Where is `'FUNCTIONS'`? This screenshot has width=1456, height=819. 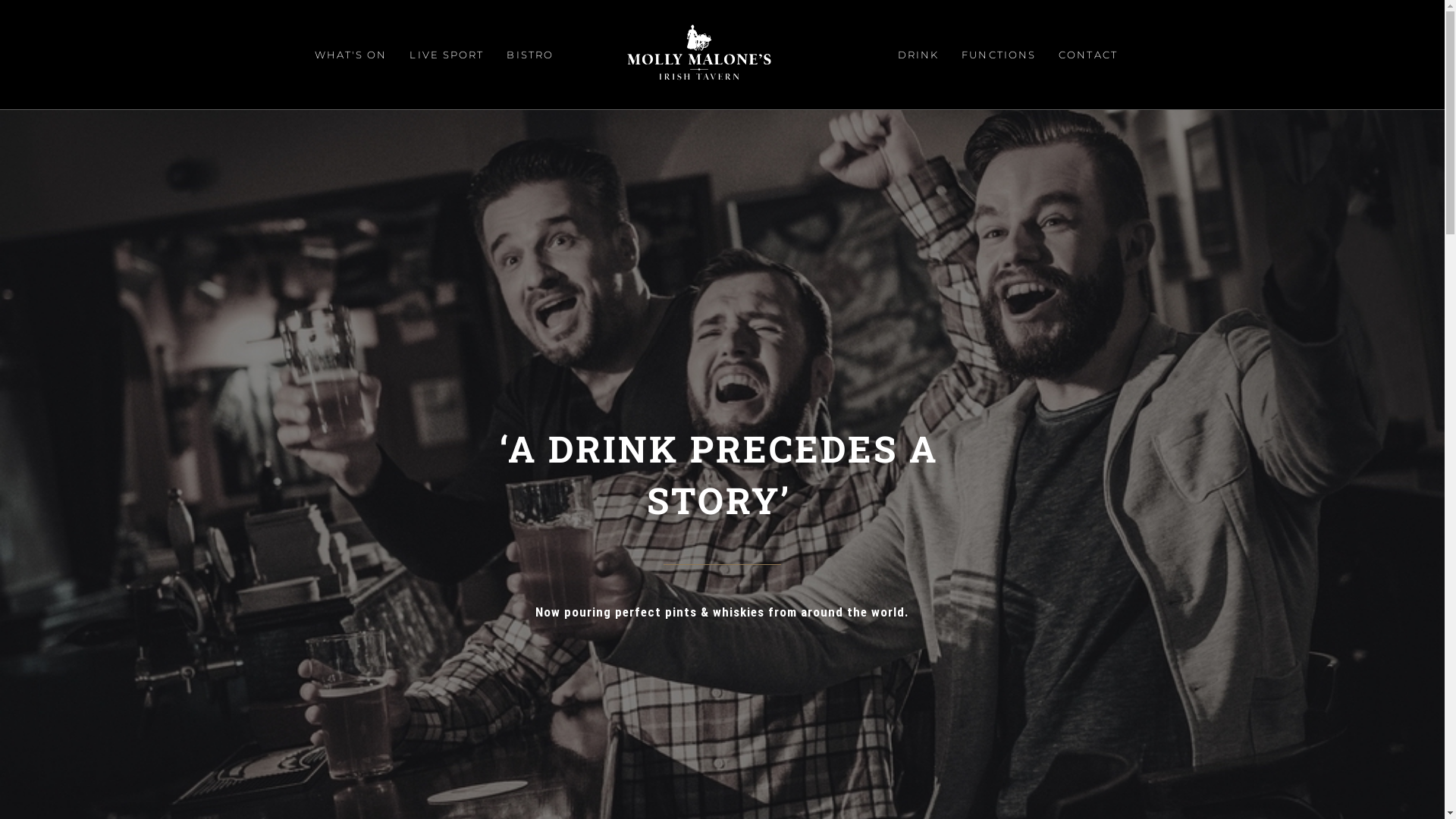
'FUNCTIONS' is located at coordinates (998, 54).